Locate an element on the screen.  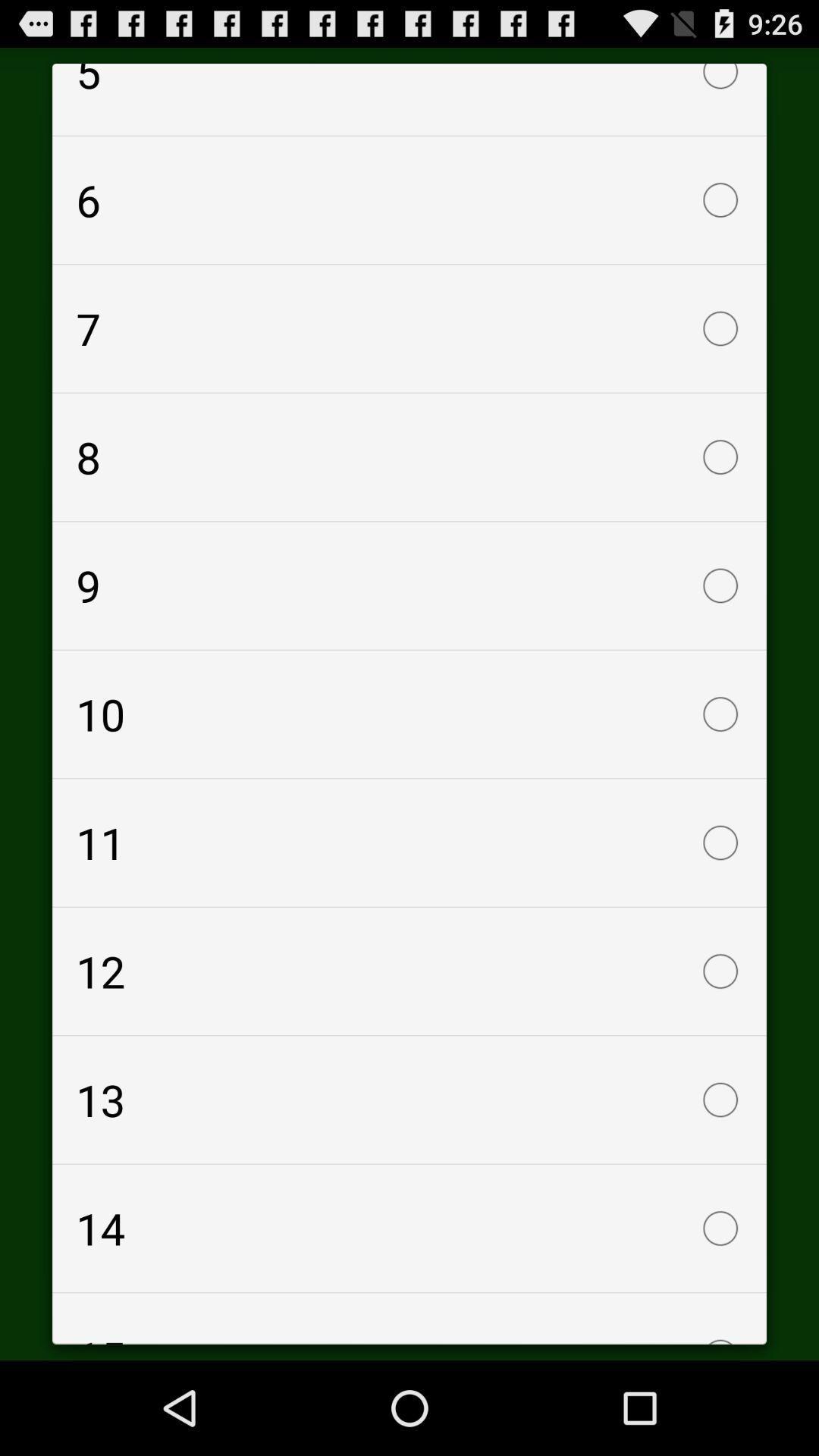
item above 7 checkbox is located at coordinates (409, 199).